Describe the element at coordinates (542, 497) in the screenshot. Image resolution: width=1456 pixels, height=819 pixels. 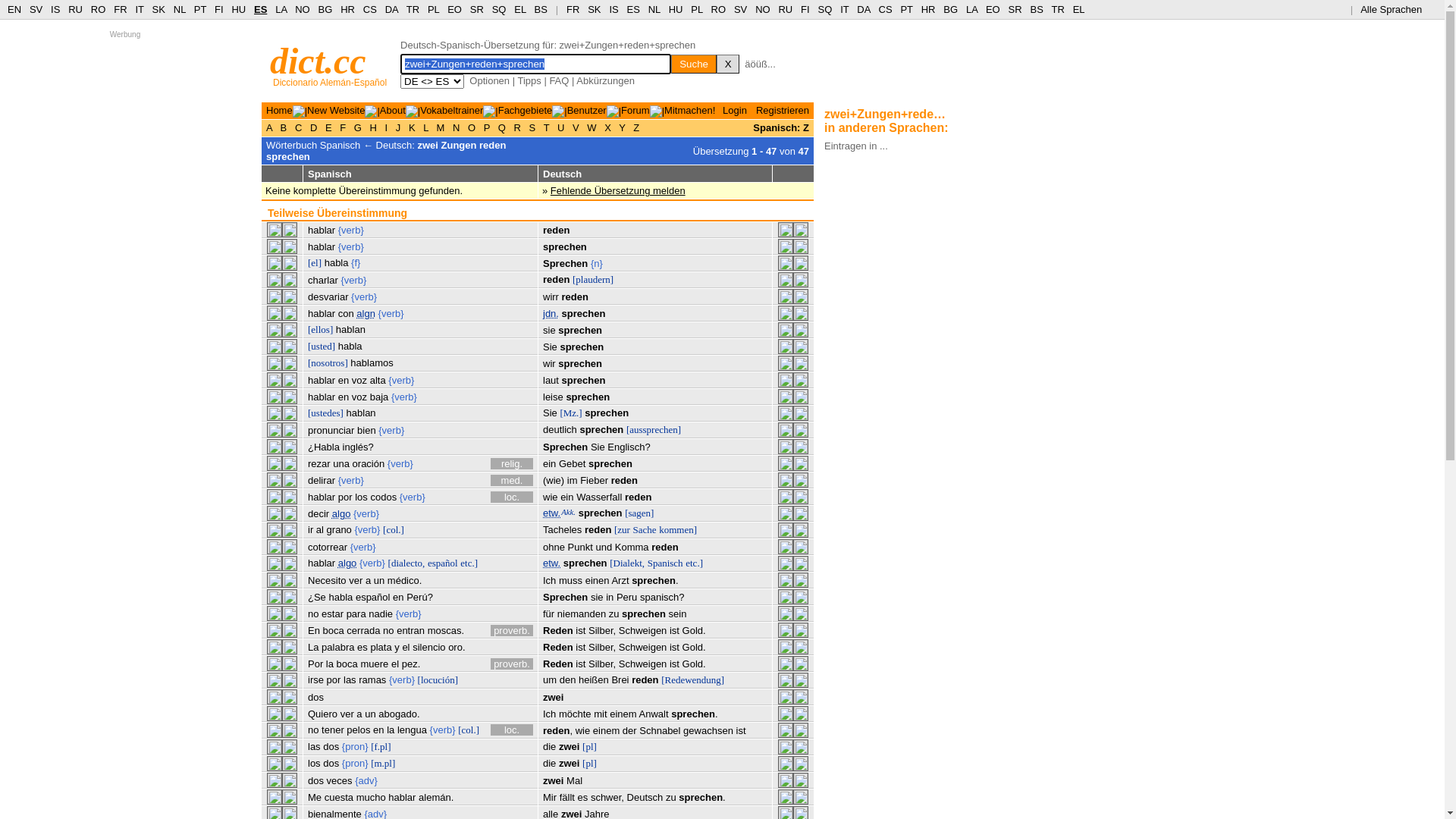
I see `'wie'` at that location.